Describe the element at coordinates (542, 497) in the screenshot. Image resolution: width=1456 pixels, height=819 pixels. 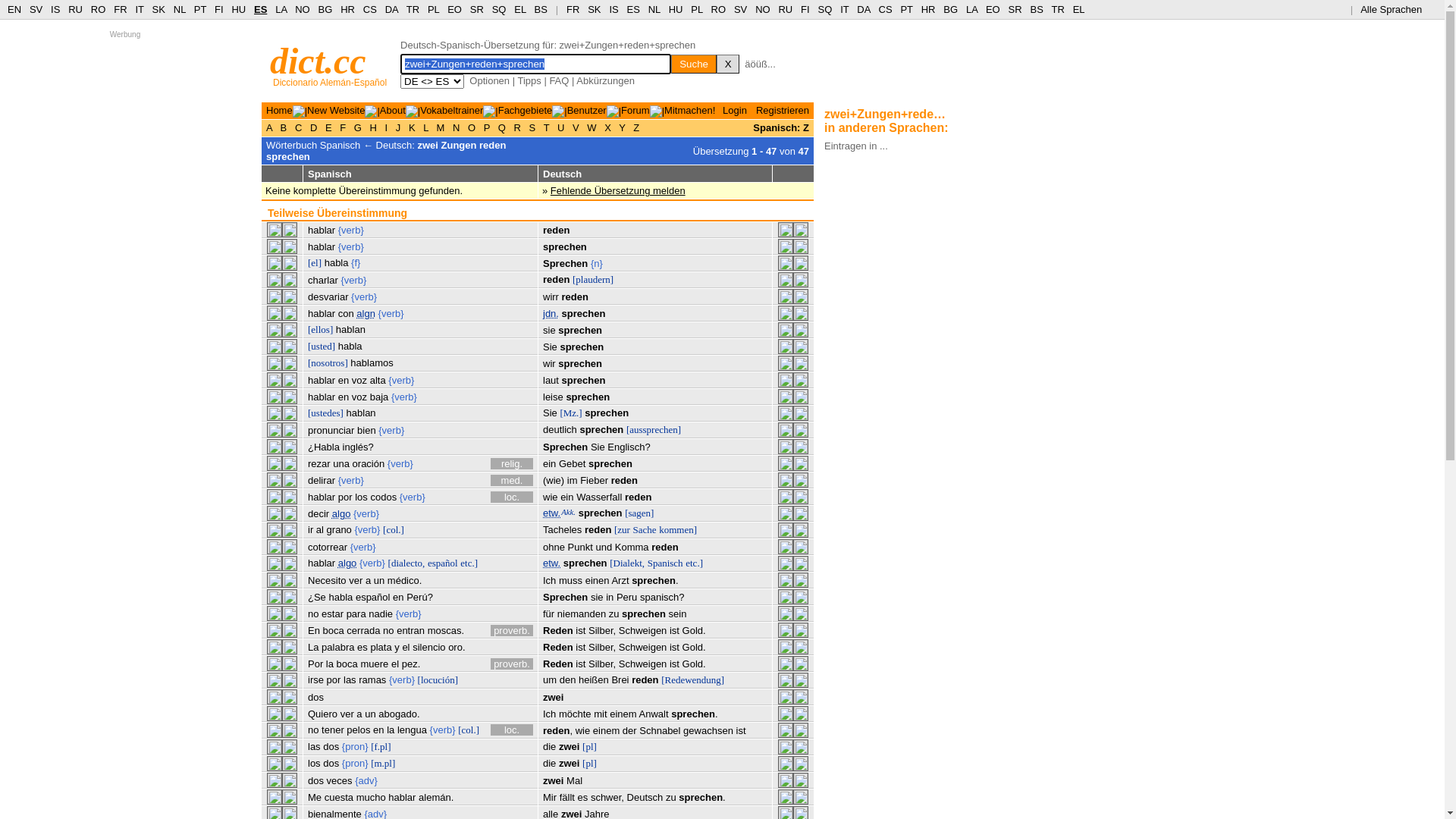
I see `'wie'` at that location.